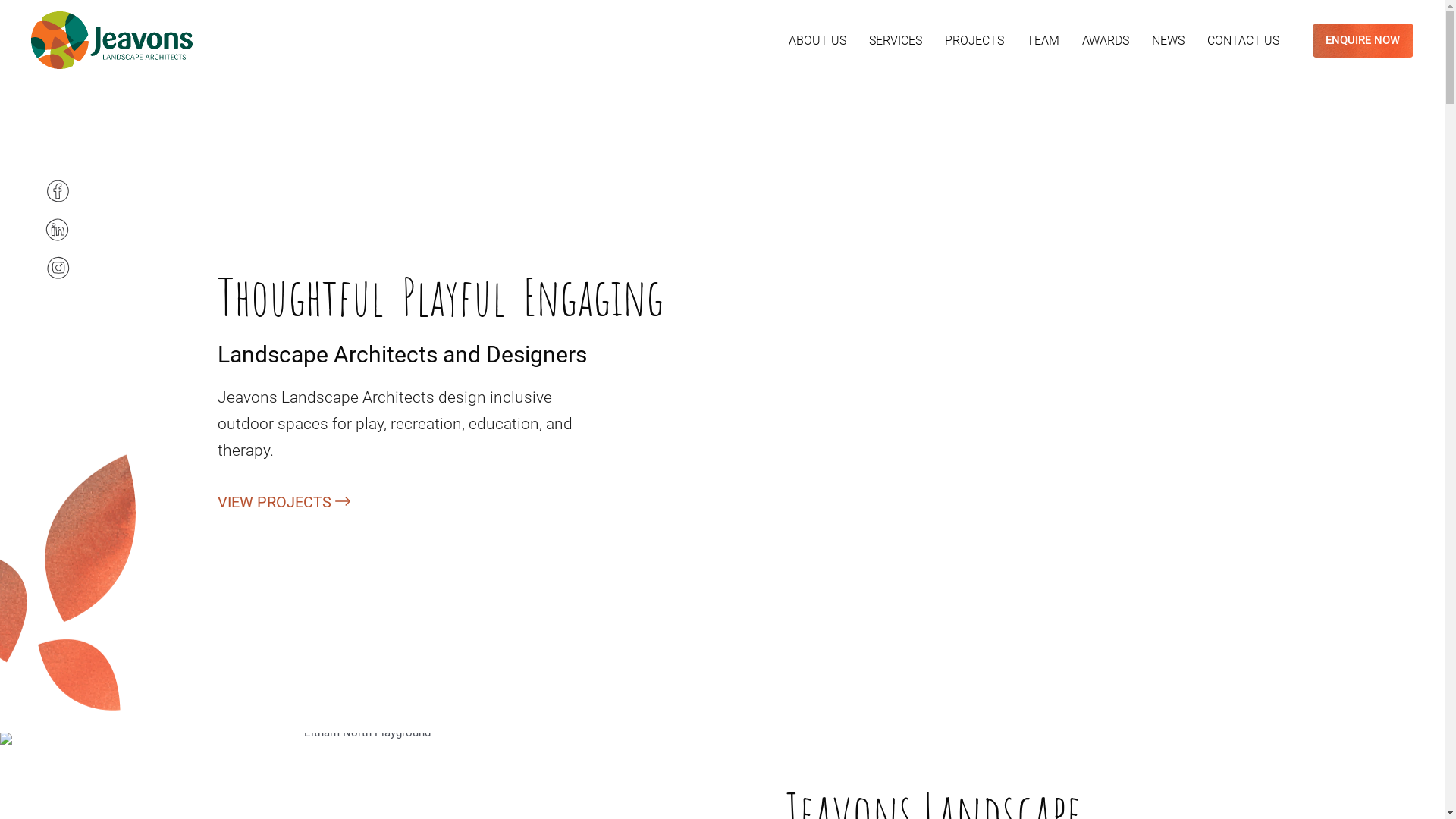 This screenshot has height=819, width=1456. Describe the element at coordinates (1042, 39) in the screenshot. I see `'TEAM'` at that location.